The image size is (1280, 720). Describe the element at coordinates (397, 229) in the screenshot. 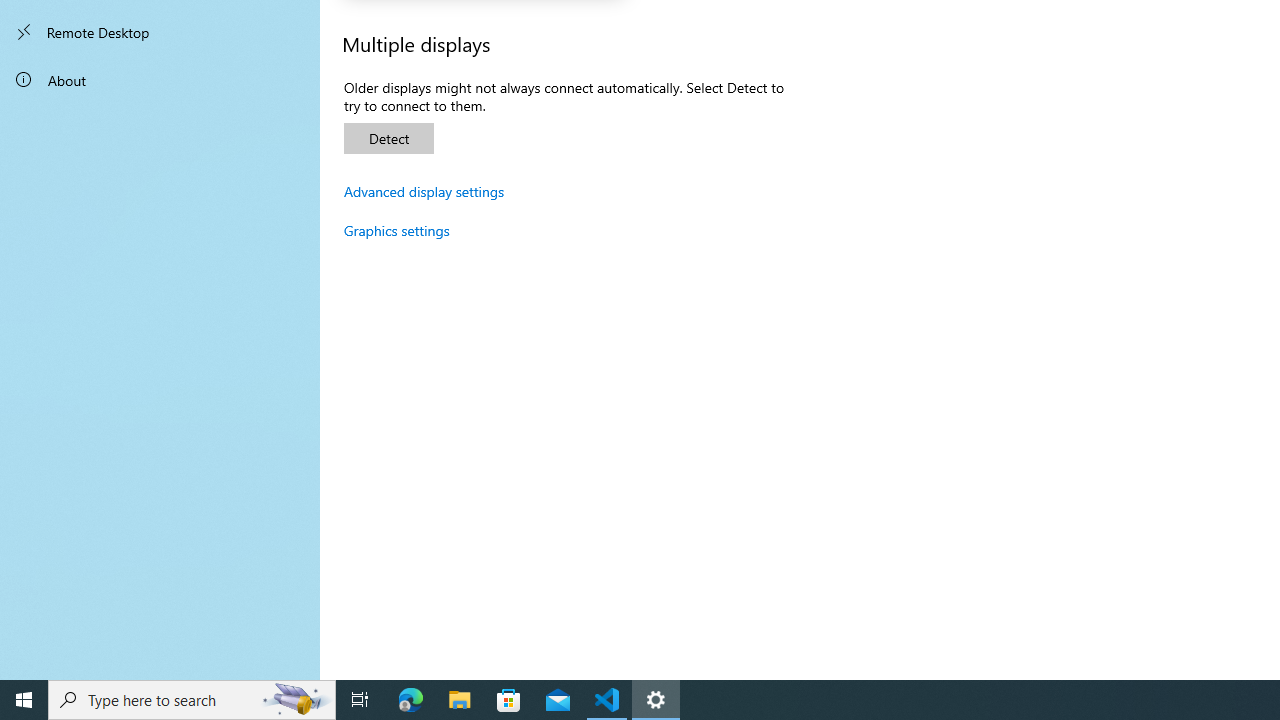

I see `'Graphics settings'` at that location.